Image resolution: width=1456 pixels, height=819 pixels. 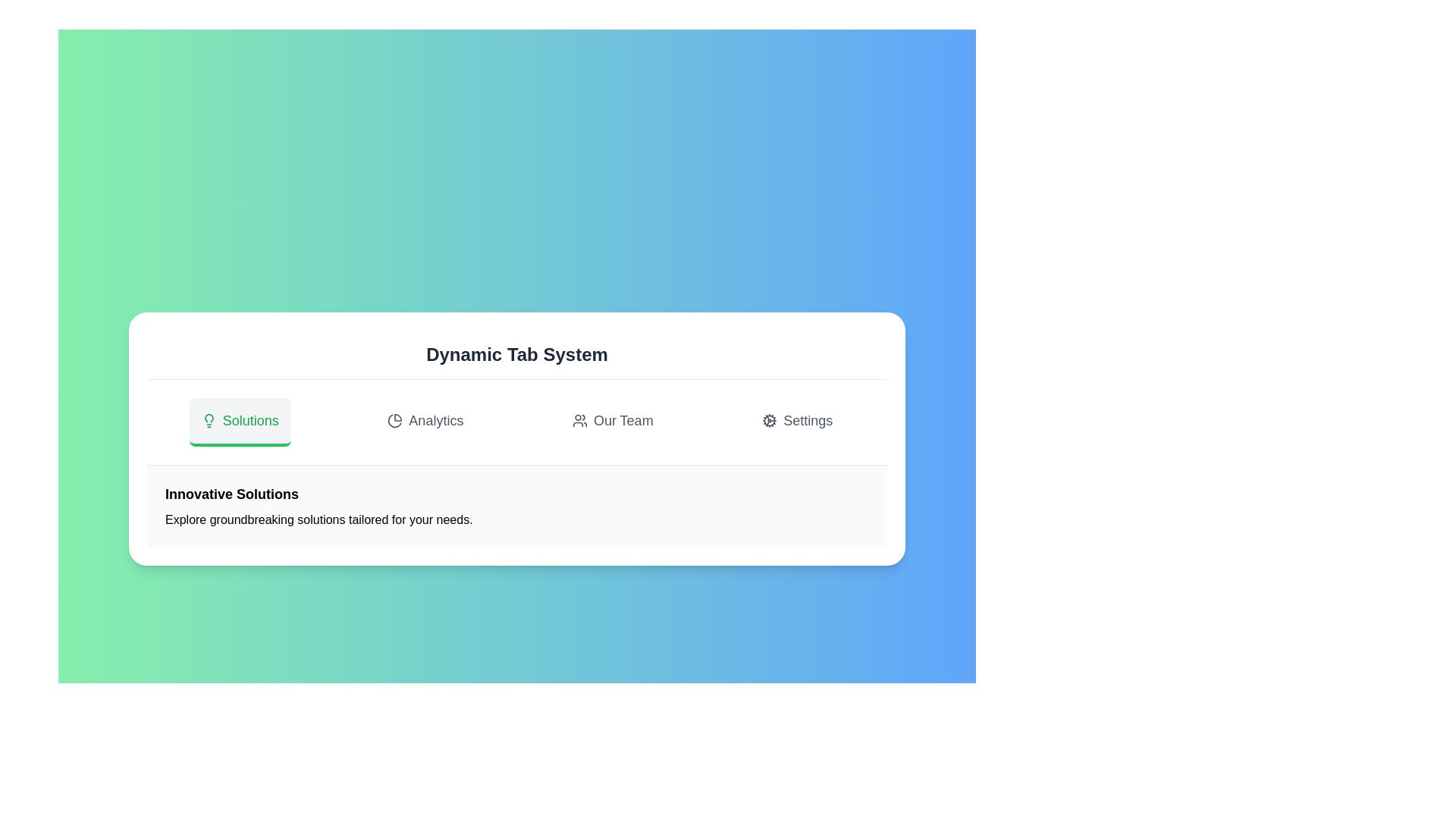 What do you see at coordinates (239, 422) in the screenshot?
I see `the first navigation tab located to the left of the 'Analytics' tab` at bounding box center [239, 422].